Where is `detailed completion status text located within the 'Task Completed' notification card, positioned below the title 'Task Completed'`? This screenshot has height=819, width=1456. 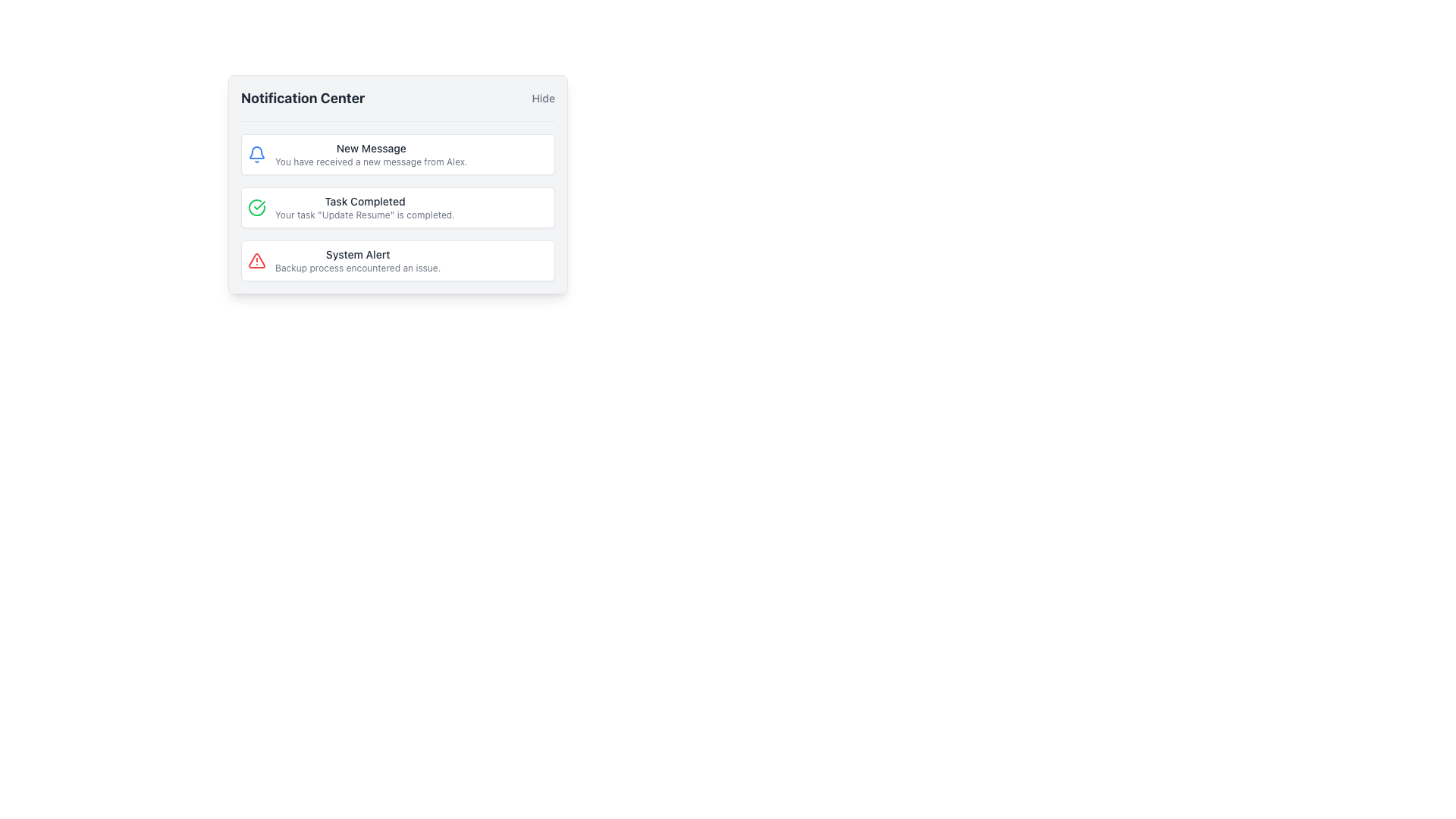
detailed completion status text located within the 'Task Completed' notification card, positioned below the title 'Task Completed' is located at coordinates (365, 215).